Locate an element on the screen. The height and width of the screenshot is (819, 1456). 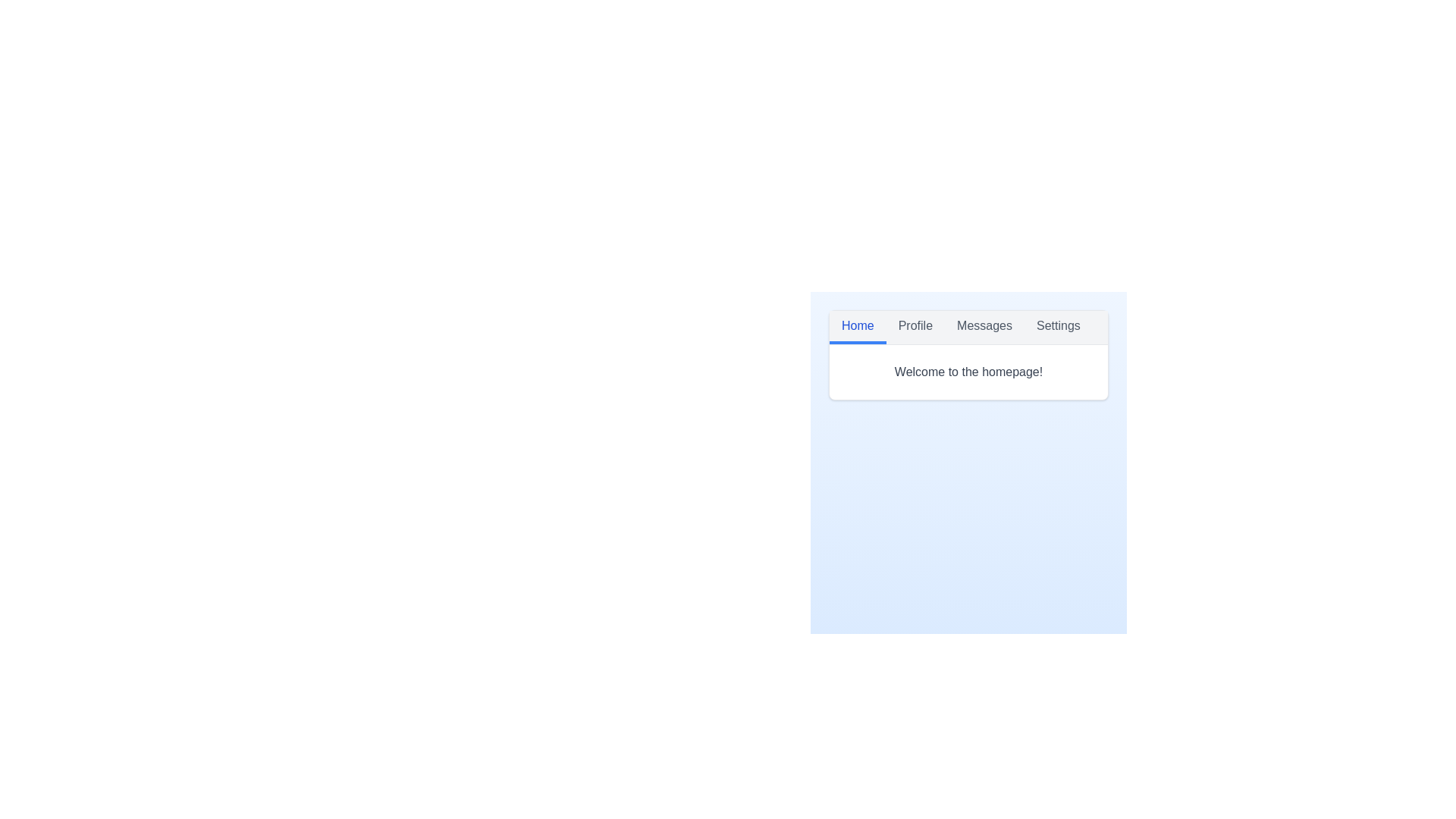
on the 'Messages' navigation tab, the third tab in the horizontal menu located between 'Profile' and 'Settings' is located at coordinates (984, 327).